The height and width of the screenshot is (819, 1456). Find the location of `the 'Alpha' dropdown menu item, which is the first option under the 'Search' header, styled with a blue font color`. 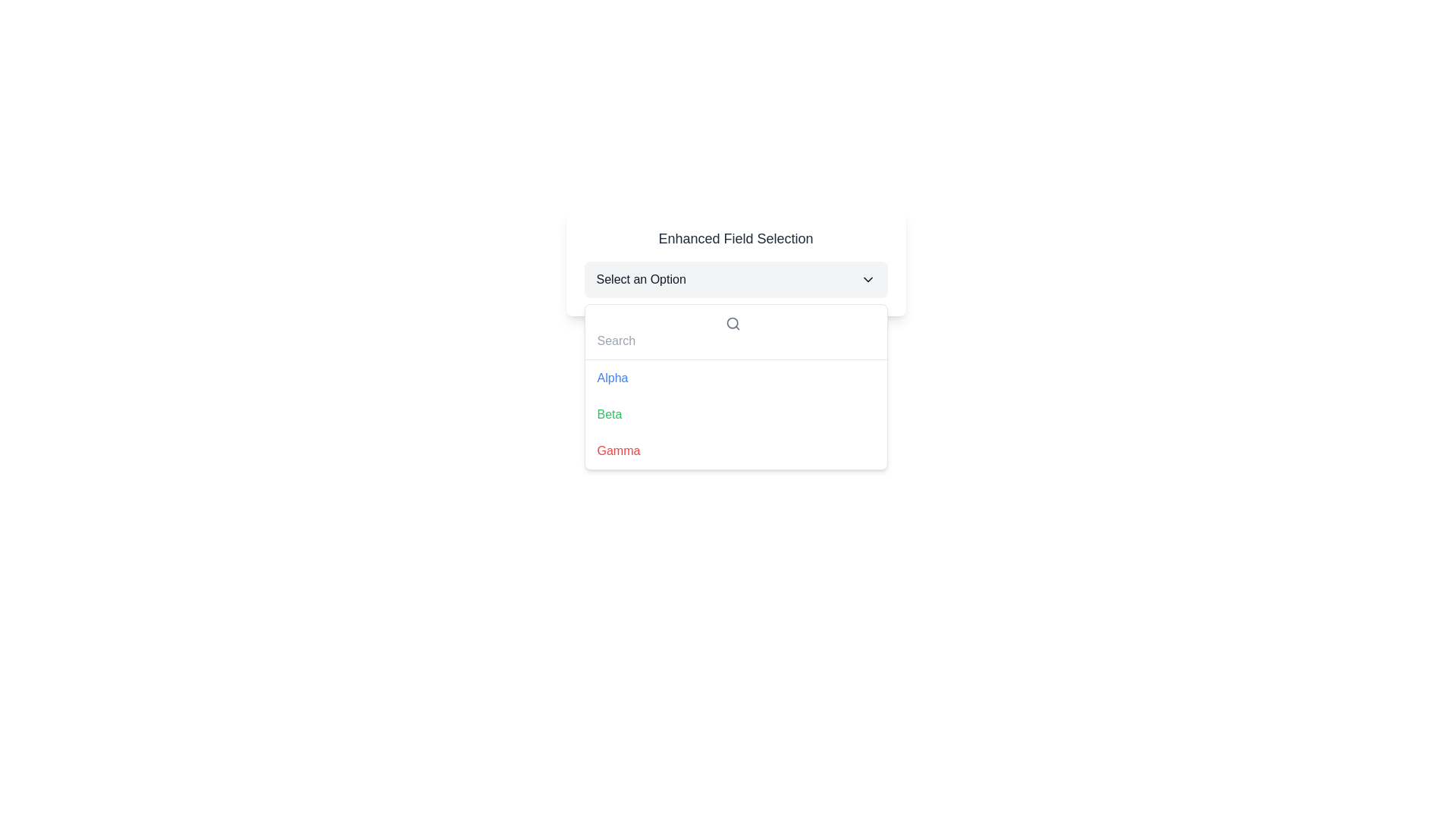

the 'Alpha' dropdown menu item, which is the first option under the 'Search' header, styled with a blue font color is located at coordinates (612, 377).